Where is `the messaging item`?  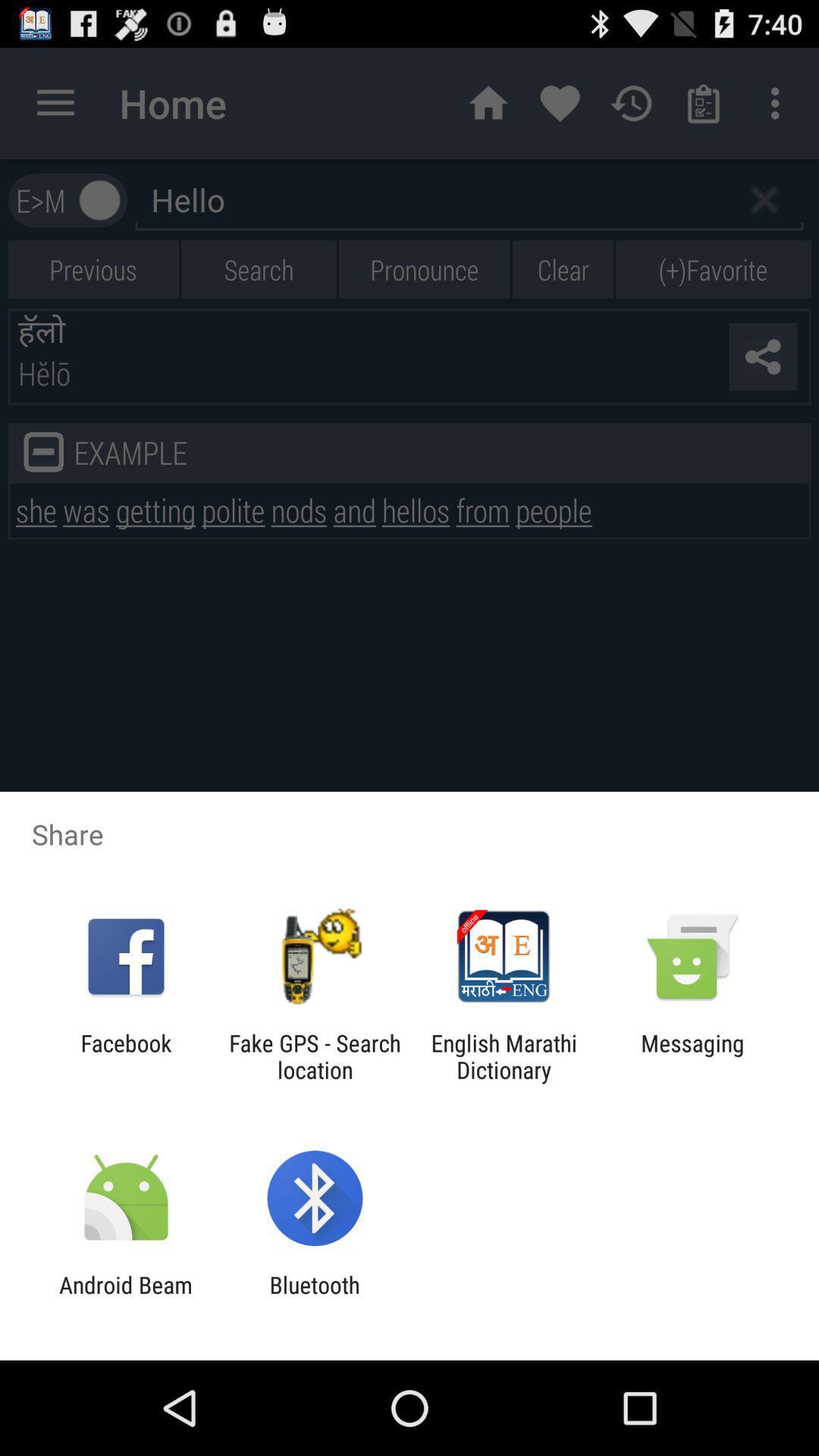 the messaging item is located at coordinates (692, 1056).